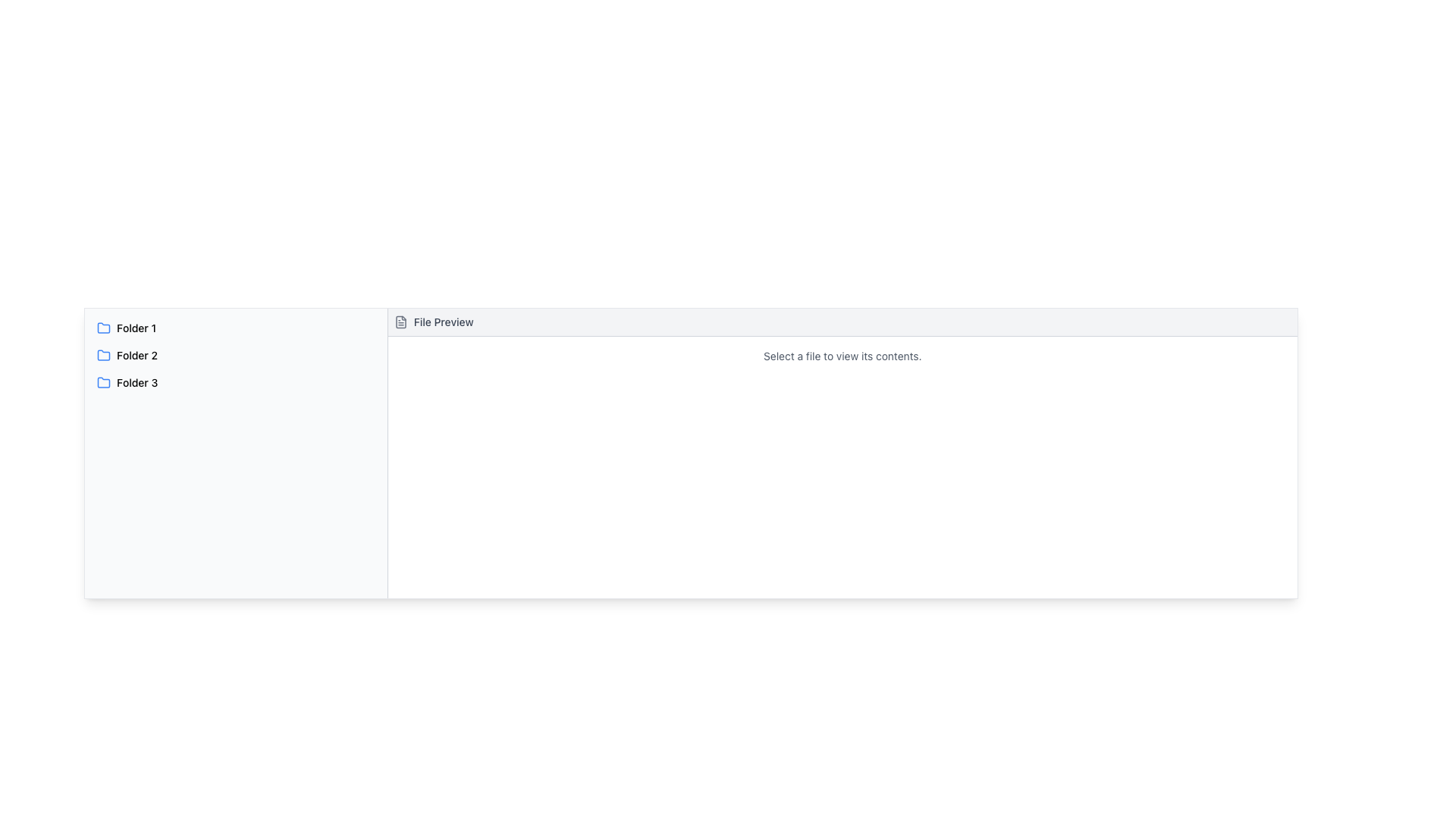 The image size is (1456, 819). Describe the element at coordinates (235, 356) in the screenshot. I see `the list item representing 'Folder 2'` at that location.